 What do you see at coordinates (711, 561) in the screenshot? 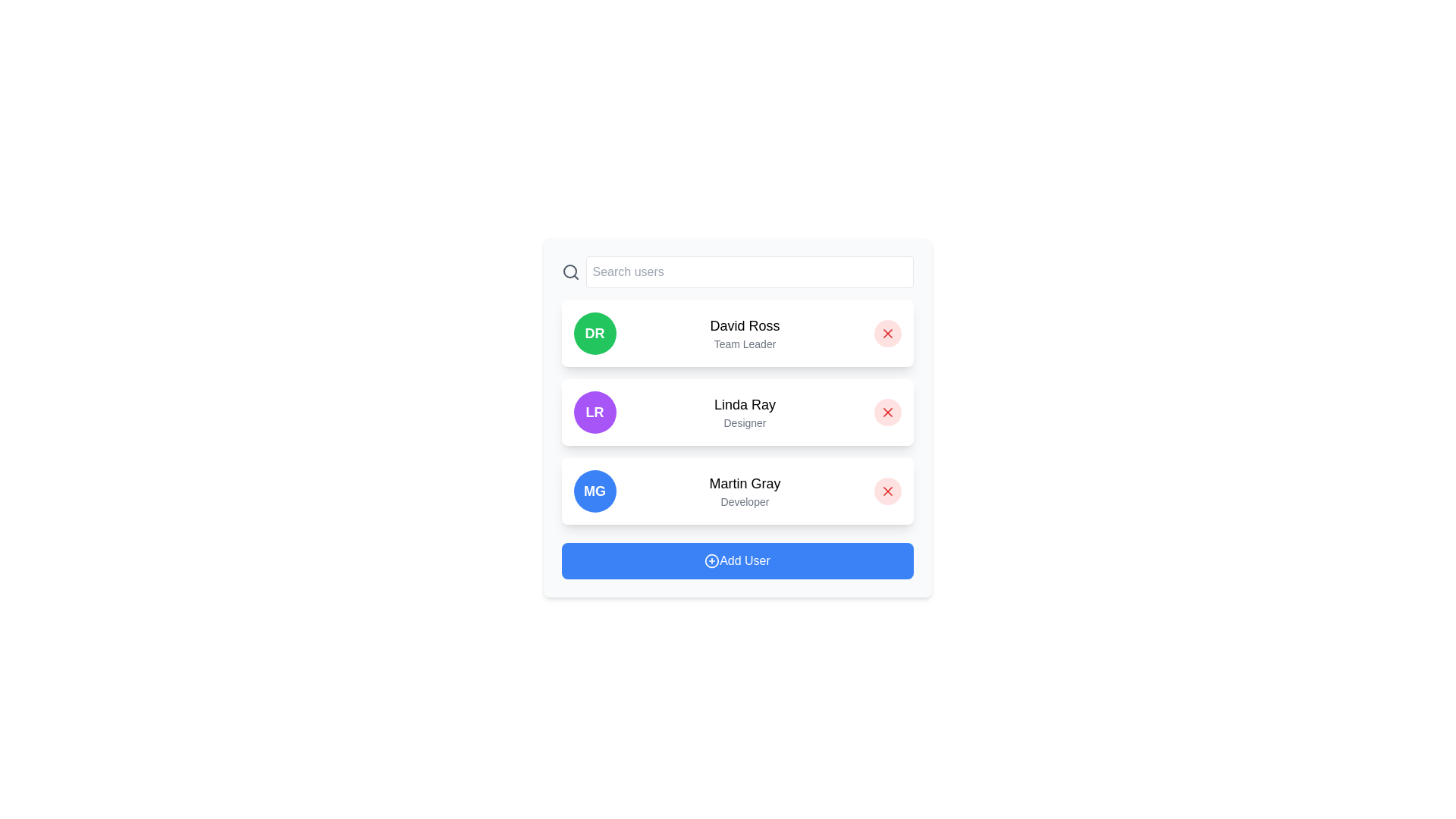
I see `the circular 'Add User' button element, which has a thin border and is styled as an interactive button` at bounding box center [711, 561].